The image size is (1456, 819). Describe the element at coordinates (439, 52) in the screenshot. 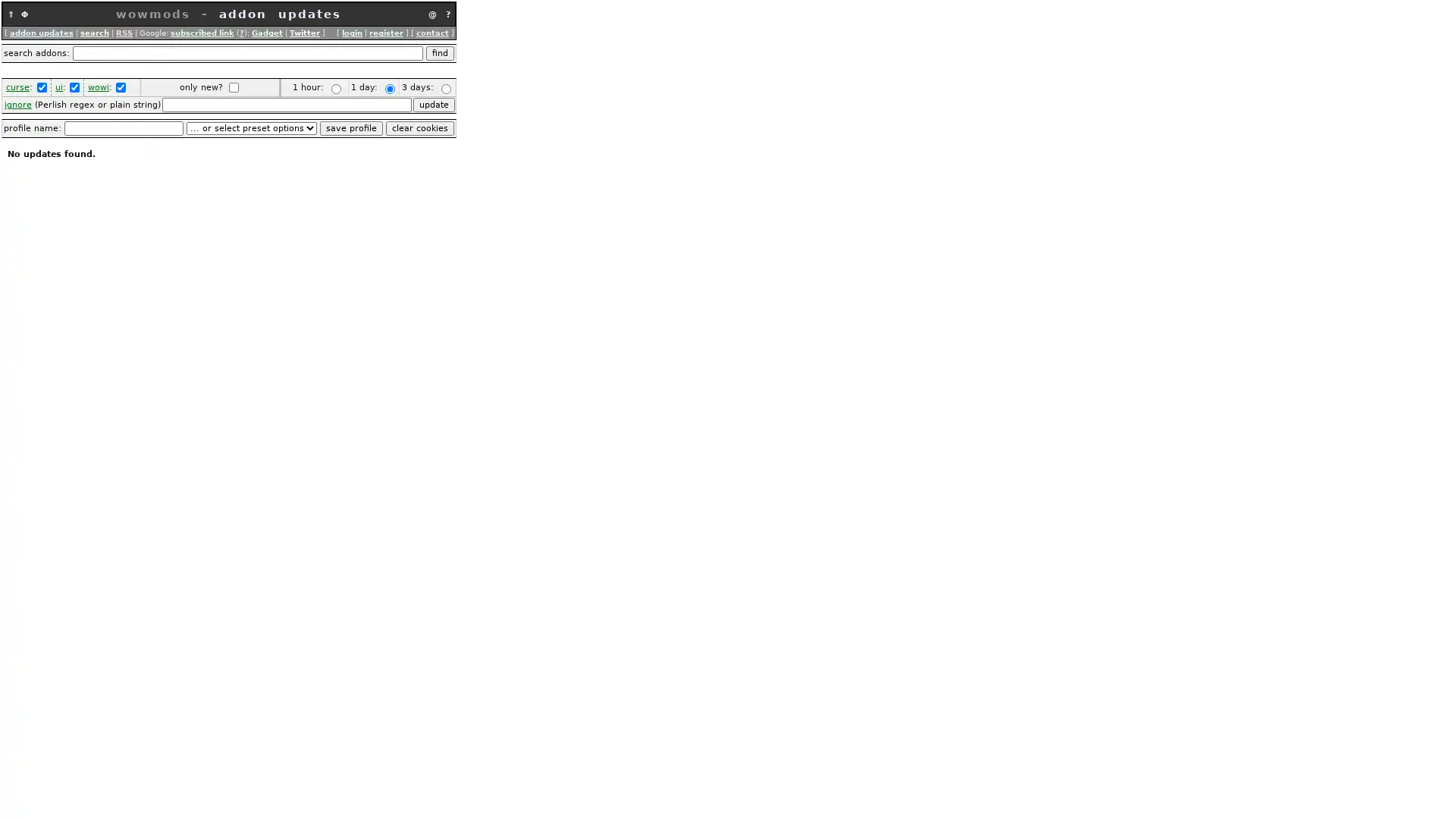

I see `find` at that location.